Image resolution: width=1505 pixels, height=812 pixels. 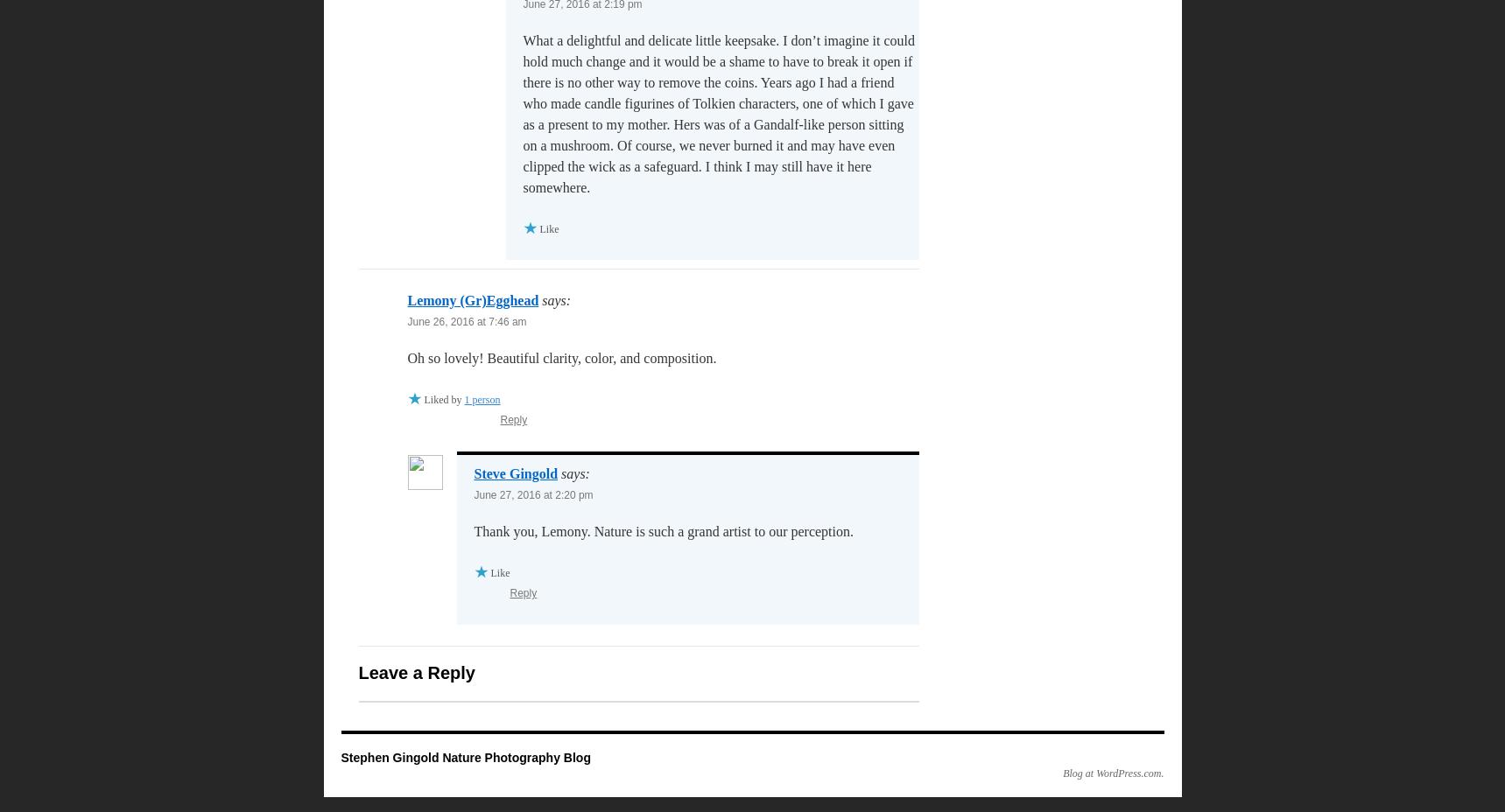 I want to click on 'Leave a Reply', so click(x=415, y=672).